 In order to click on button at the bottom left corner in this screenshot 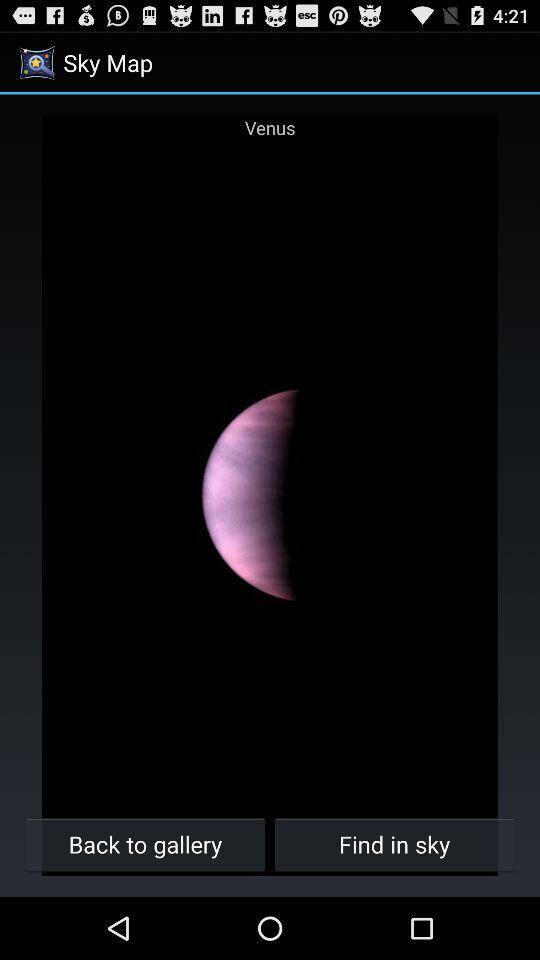, I will do `click(144, 843)`.